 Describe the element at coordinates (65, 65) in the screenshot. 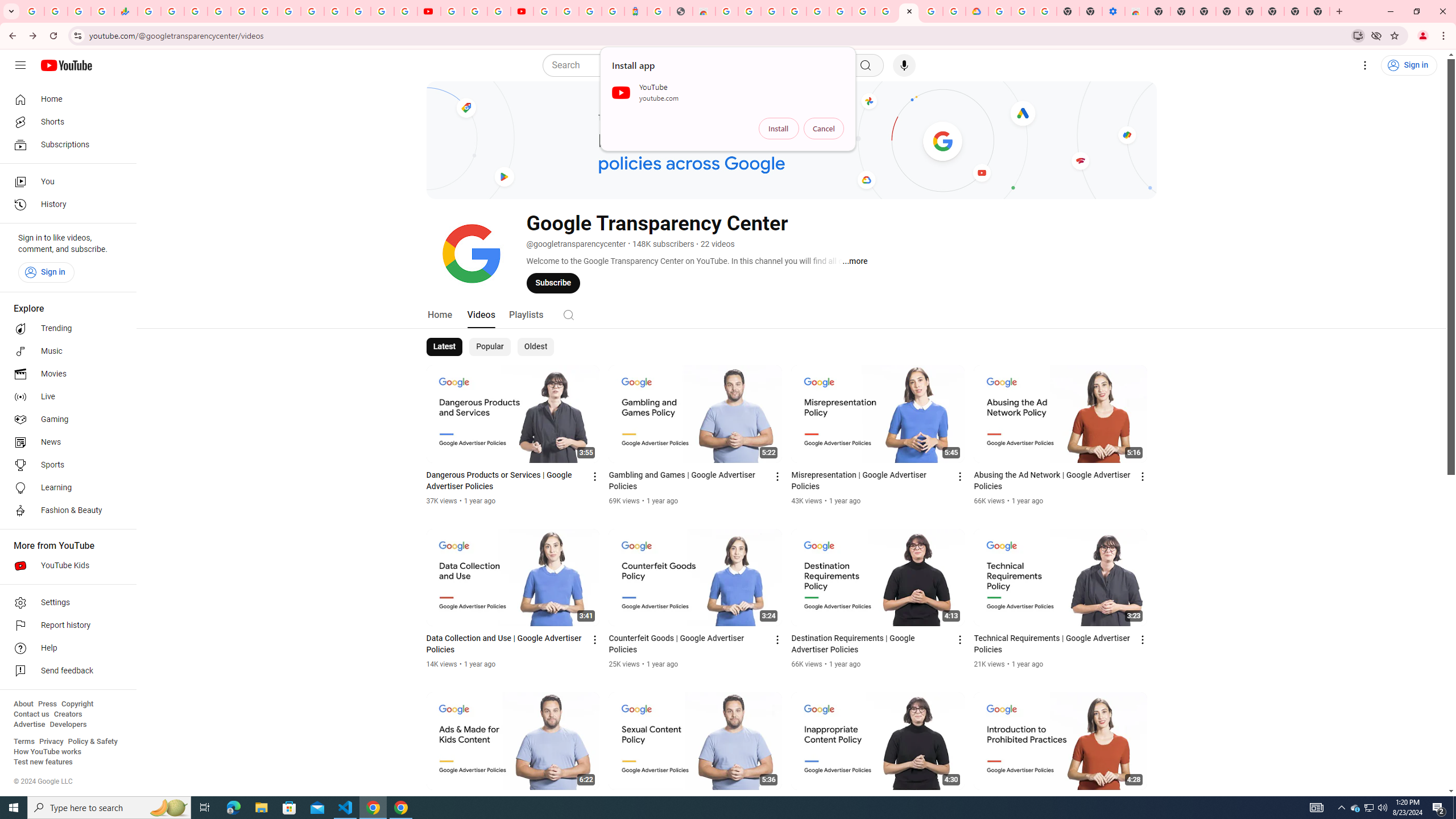

I see `'YouTube Home'` at that location.